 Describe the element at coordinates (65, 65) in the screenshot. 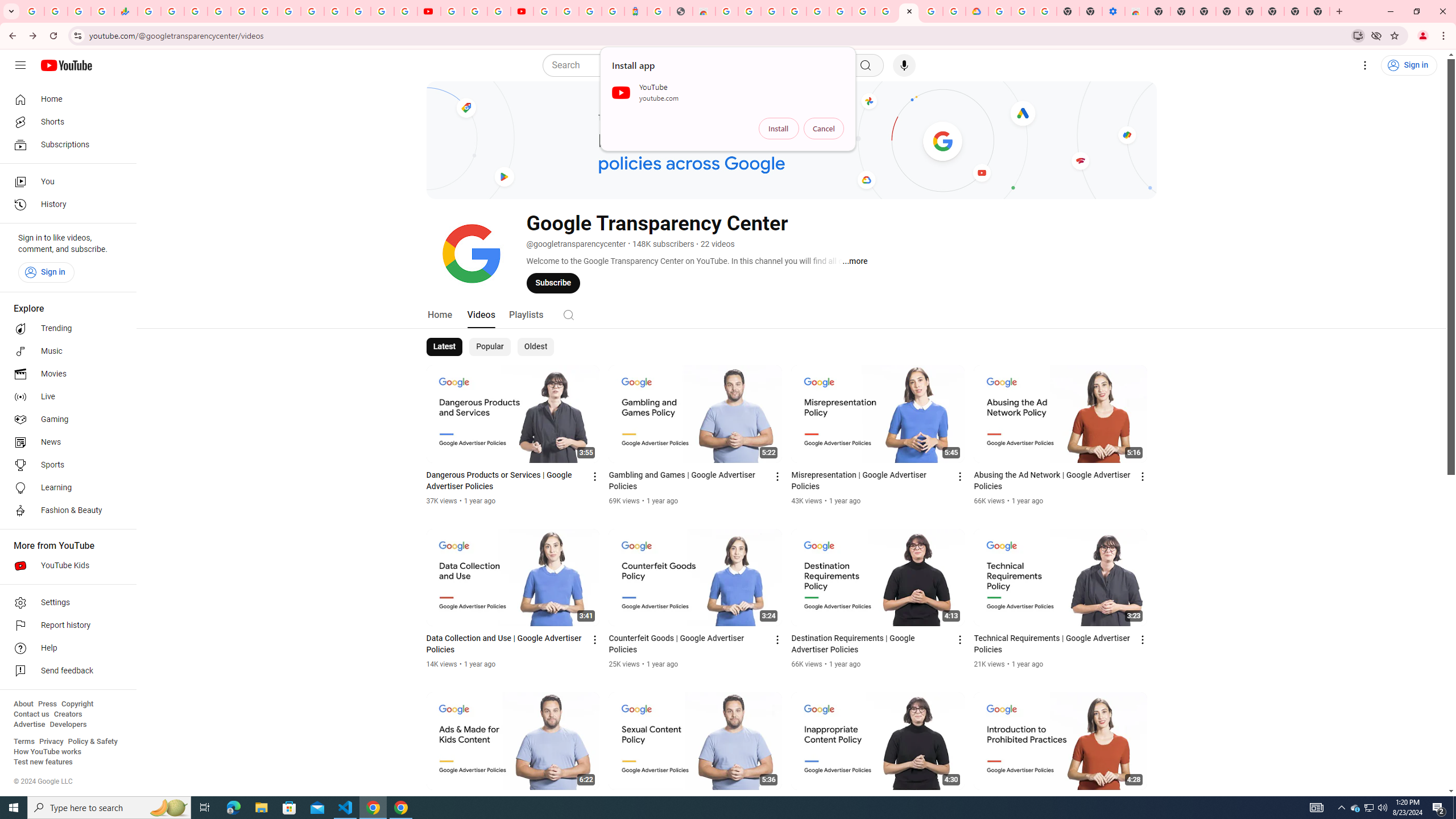

I see `'YouTube Home'` at that location.